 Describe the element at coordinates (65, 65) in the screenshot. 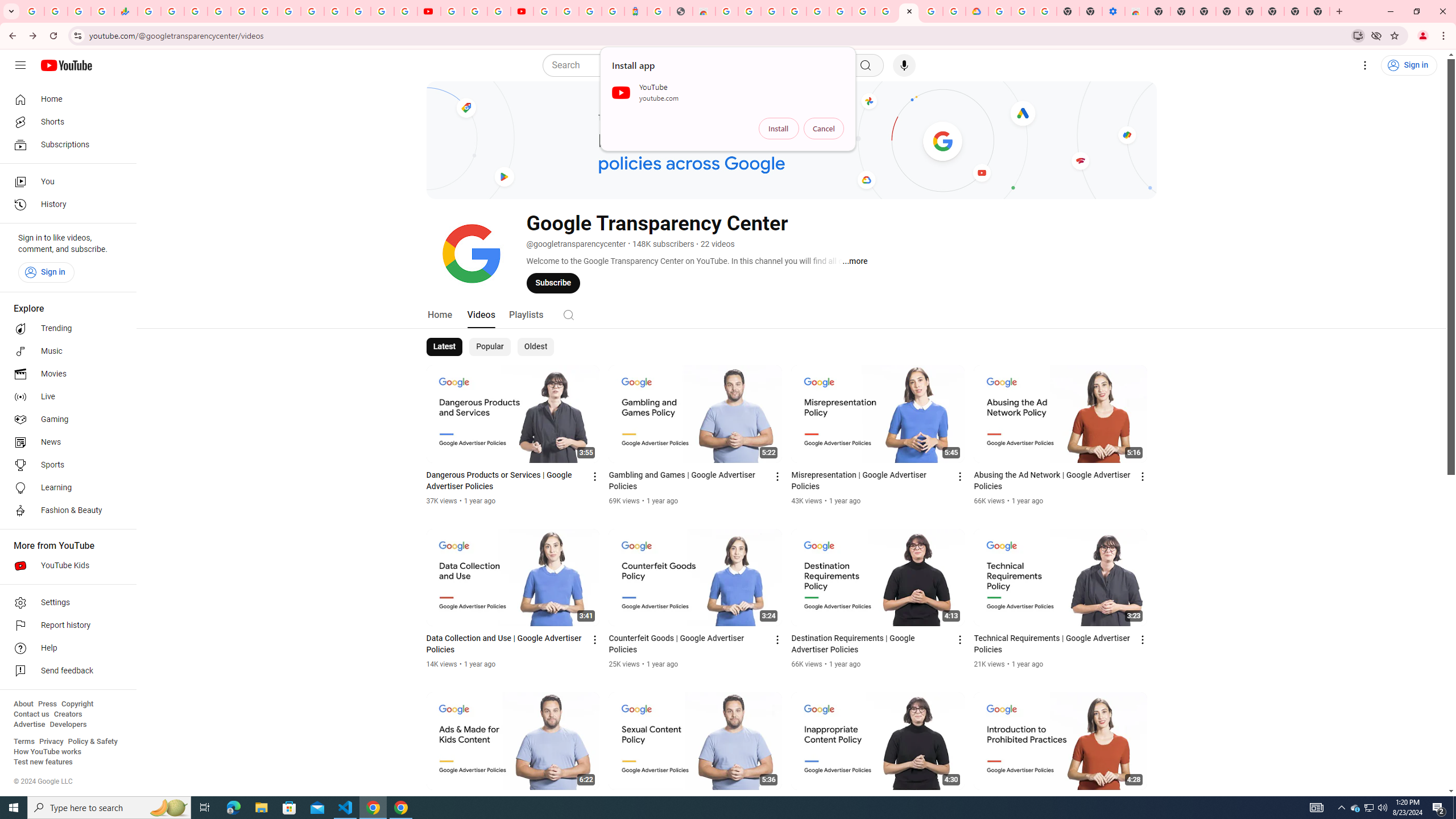

I see `'YouTube Home'` at that location.